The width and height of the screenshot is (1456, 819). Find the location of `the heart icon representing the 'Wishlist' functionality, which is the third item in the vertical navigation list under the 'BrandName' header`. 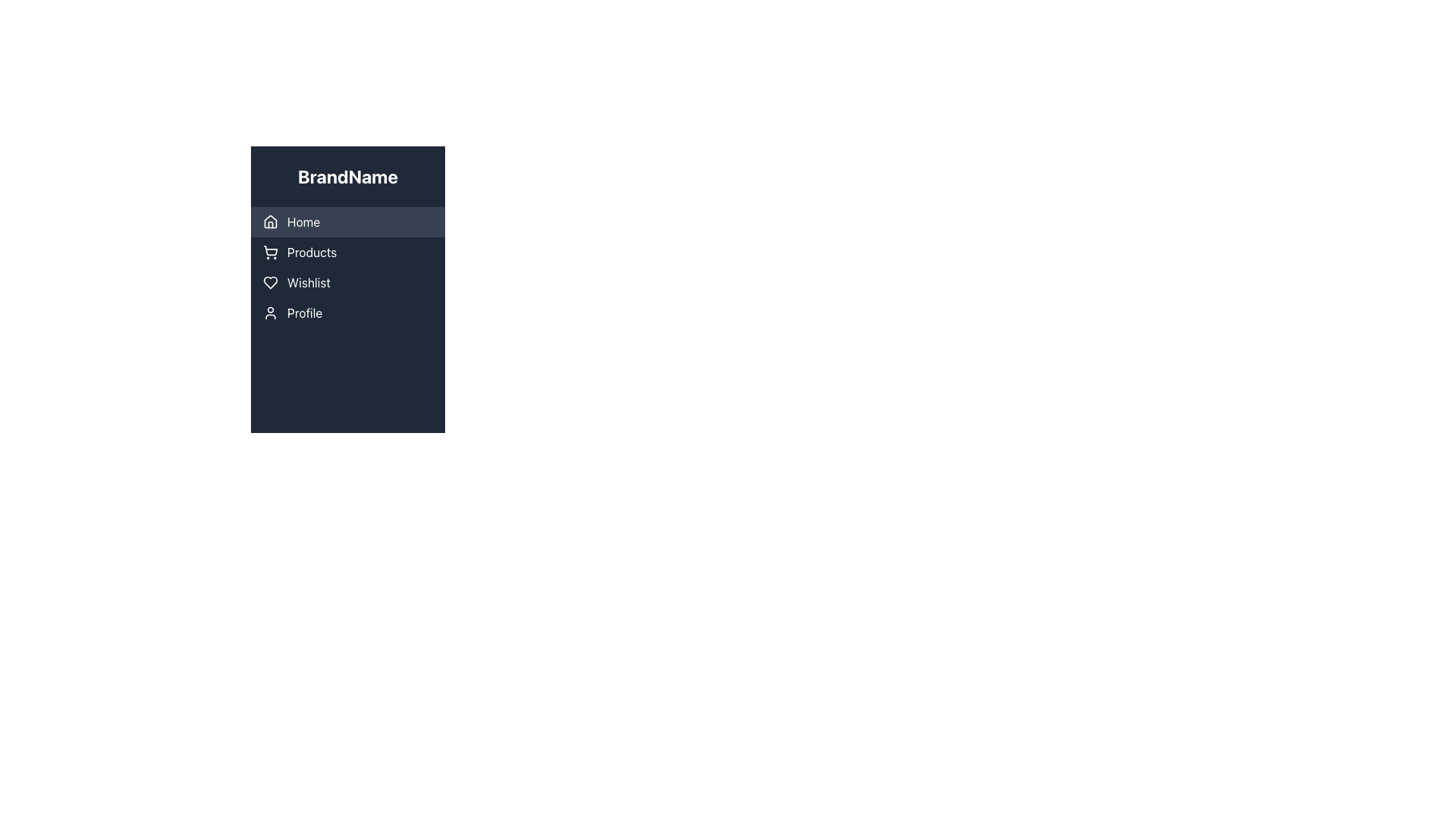

the heart icon representing the 'Wishlist' functionality, which is the third item in the vertical navigation list under the 'BrandName' header is located at coordinates (270, 283).